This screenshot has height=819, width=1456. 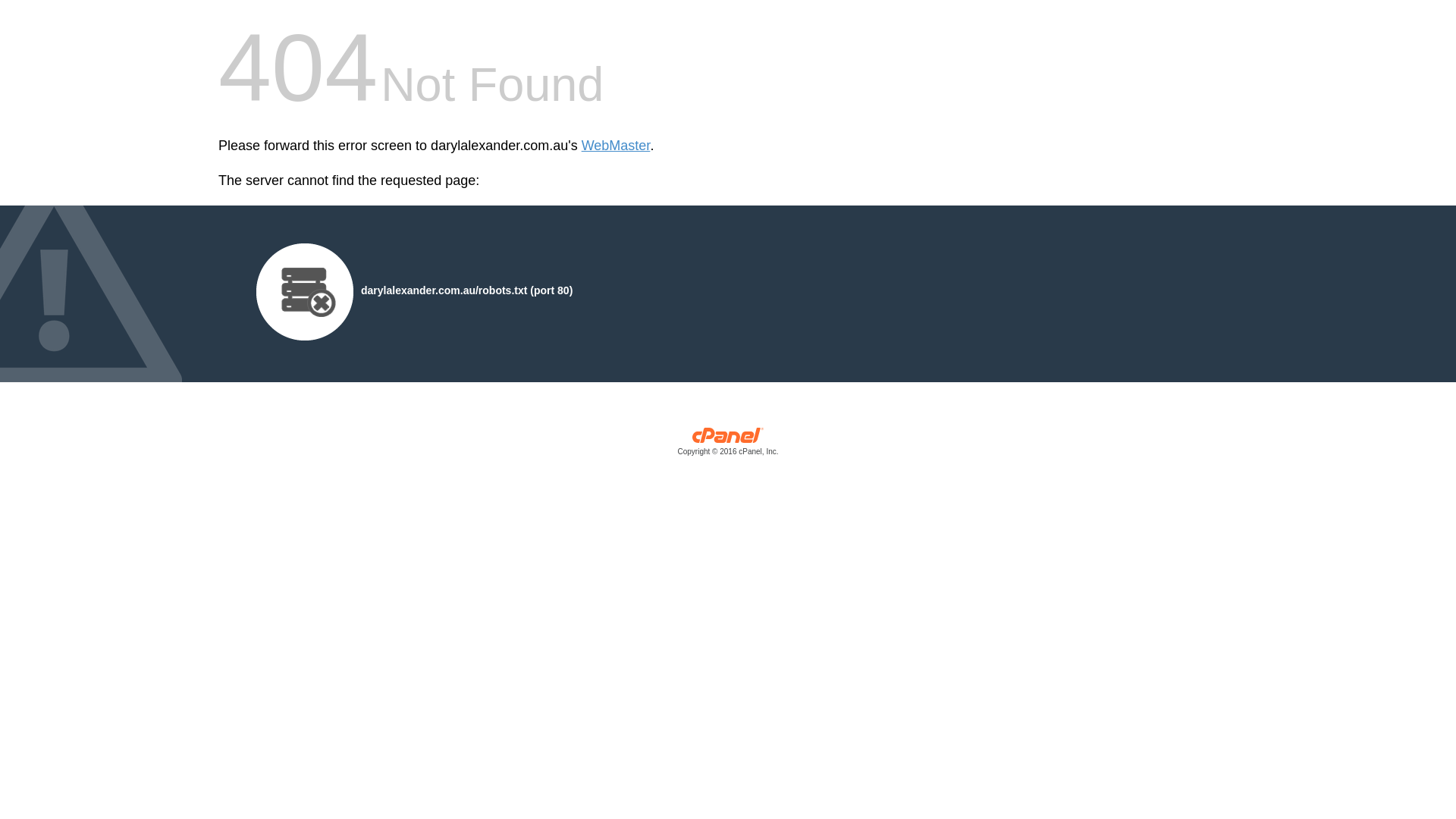 I want to click on 'WebMaster', so click(x=616, y=146).